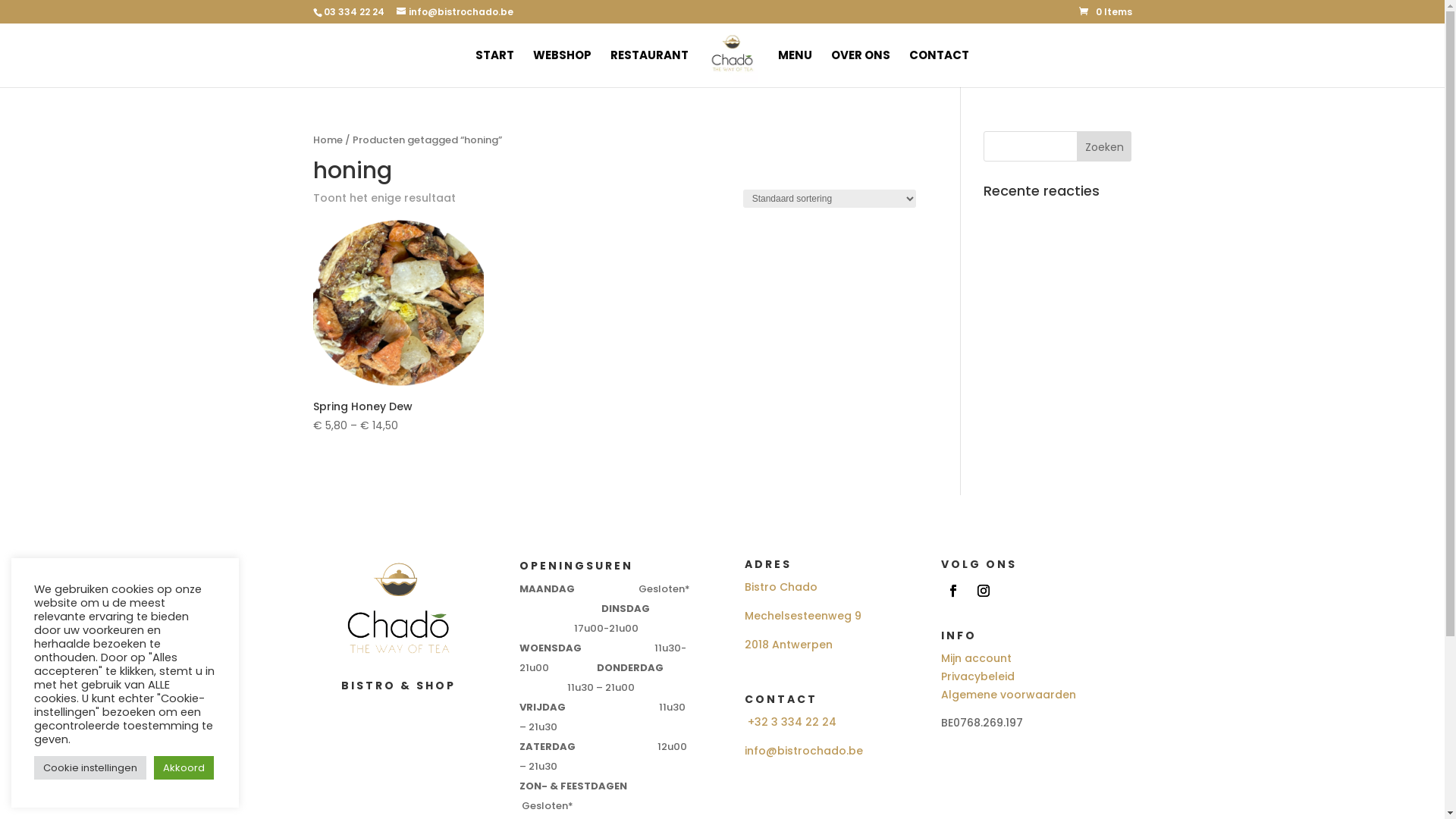  I want to click on 'Akkoord', so click(183, 767).